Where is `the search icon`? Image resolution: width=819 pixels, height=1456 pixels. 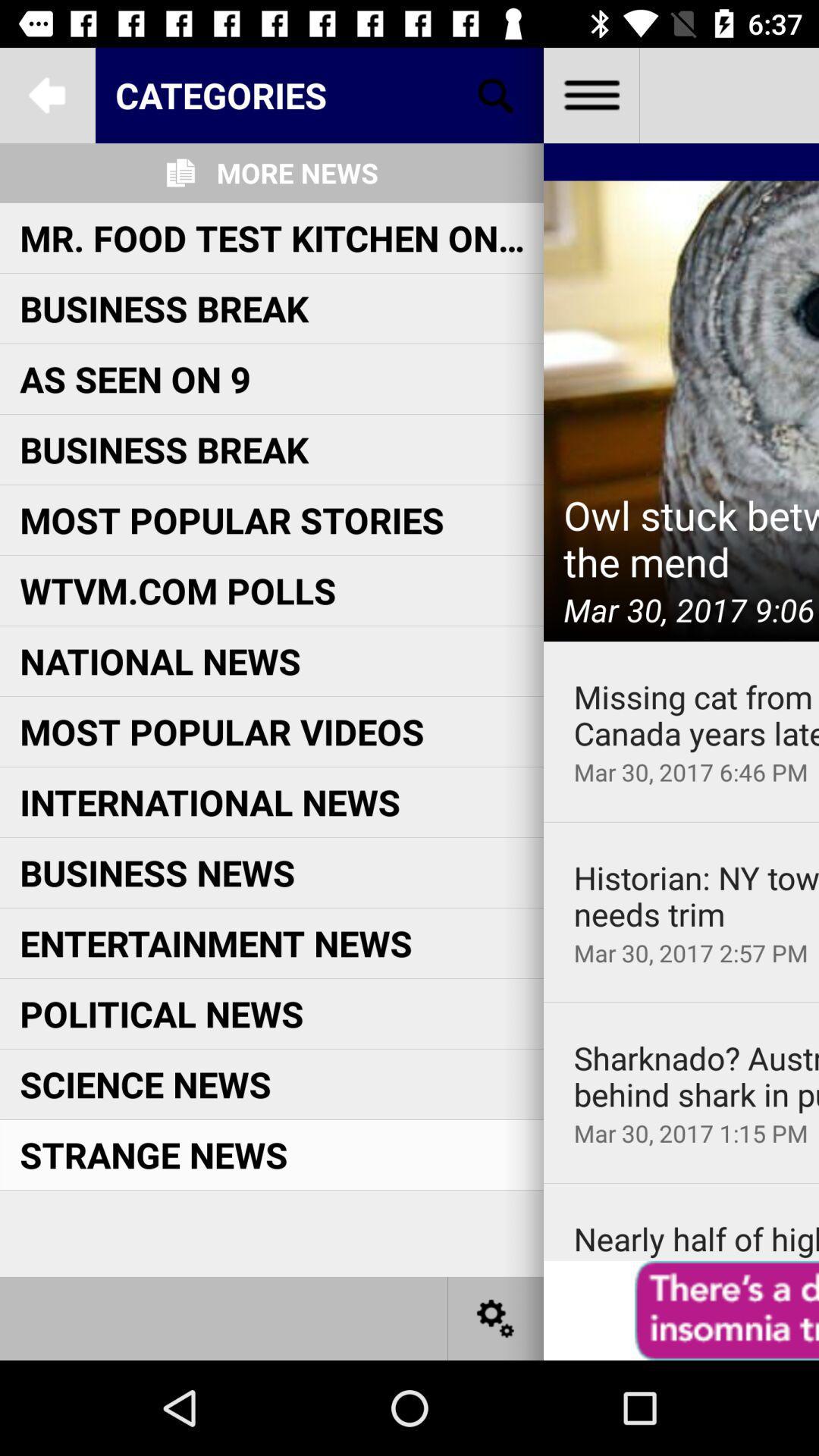 the search icon is located at coordinates (496, 94).